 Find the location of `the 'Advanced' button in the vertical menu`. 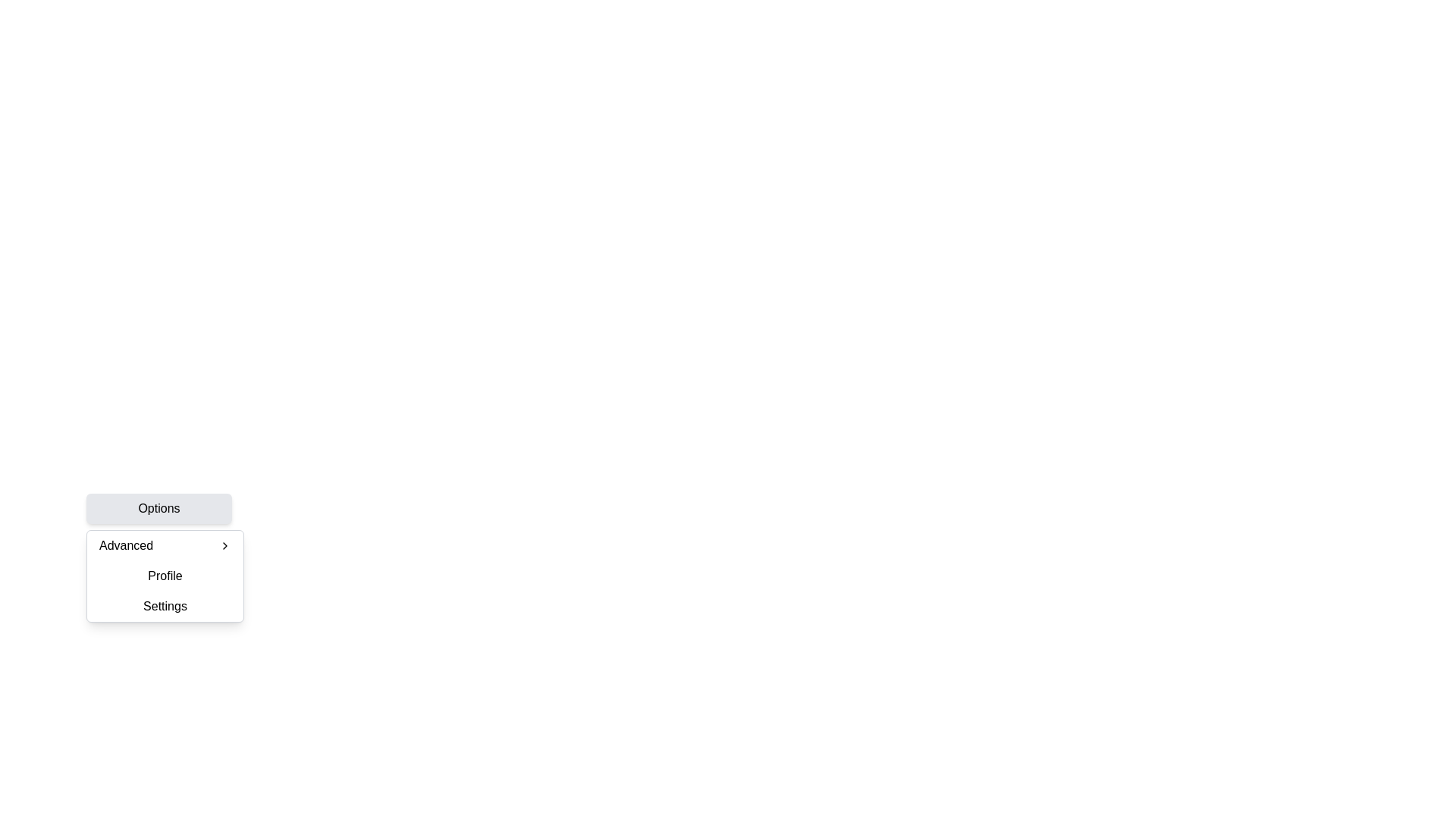

the 'Advanced' button in the vertical menu is located at coordinates (165, 546).